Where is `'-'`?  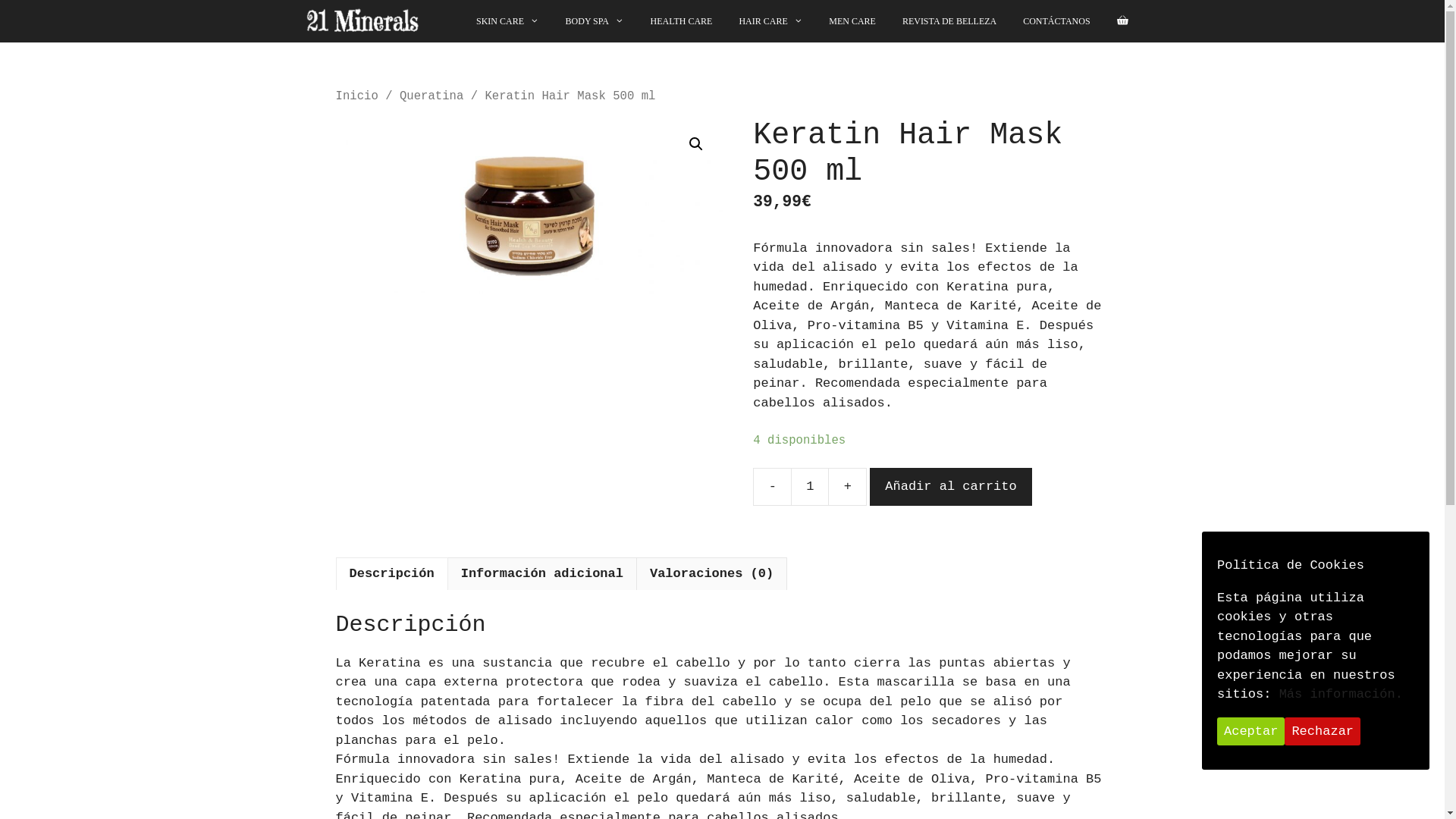
'-' is located at coordinates (771, 486).